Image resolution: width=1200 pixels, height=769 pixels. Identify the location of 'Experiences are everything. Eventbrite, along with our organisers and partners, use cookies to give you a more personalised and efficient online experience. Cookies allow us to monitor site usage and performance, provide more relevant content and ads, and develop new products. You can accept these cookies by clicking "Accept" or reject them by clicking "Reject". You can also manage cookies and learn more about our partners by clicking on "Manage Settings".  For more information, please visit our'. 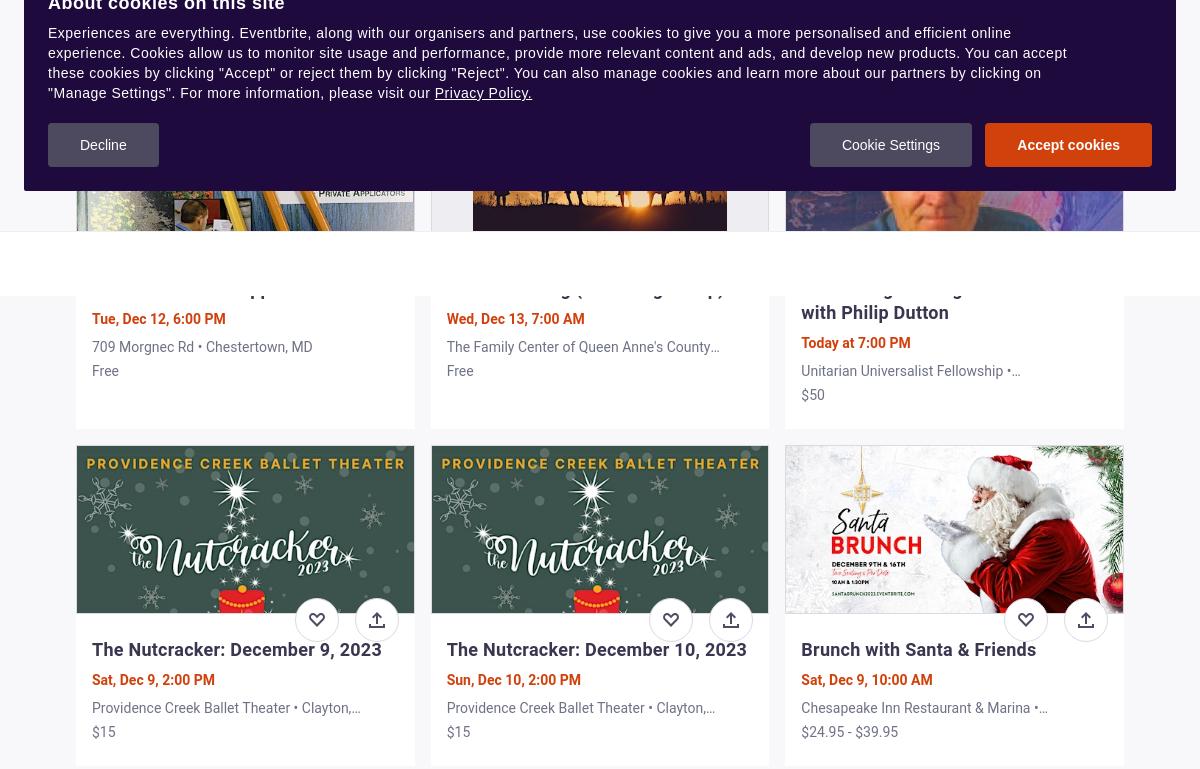
(556, 61).